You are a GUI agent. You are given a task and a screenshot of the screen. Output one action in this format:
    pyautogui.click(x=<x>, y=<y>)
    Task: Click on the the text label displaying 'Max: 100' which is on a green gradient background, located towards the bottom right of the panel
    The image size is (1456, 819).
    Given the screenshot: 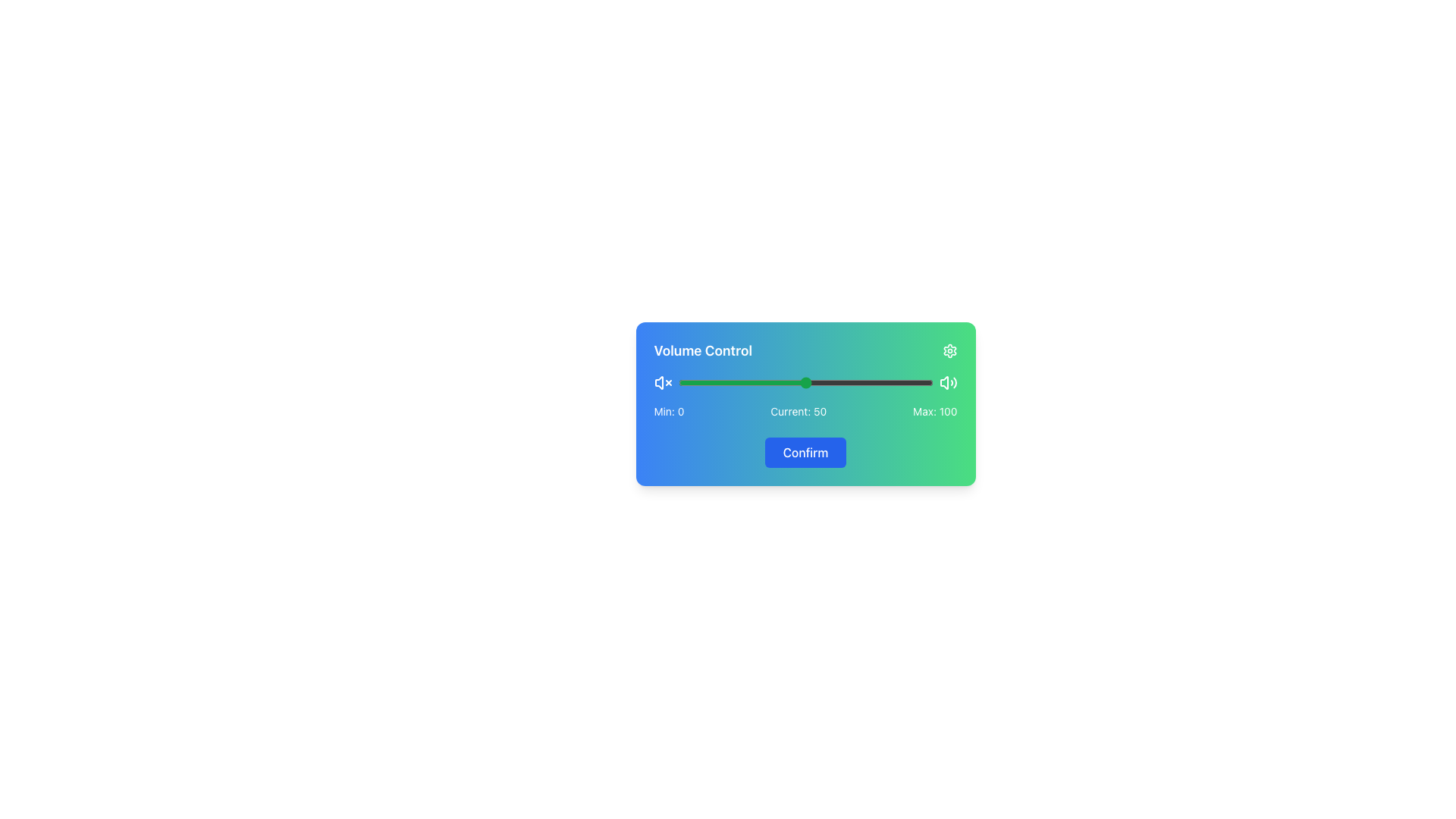 What is the action you would take?
    pyautogui.click(x=934, y=412)
    